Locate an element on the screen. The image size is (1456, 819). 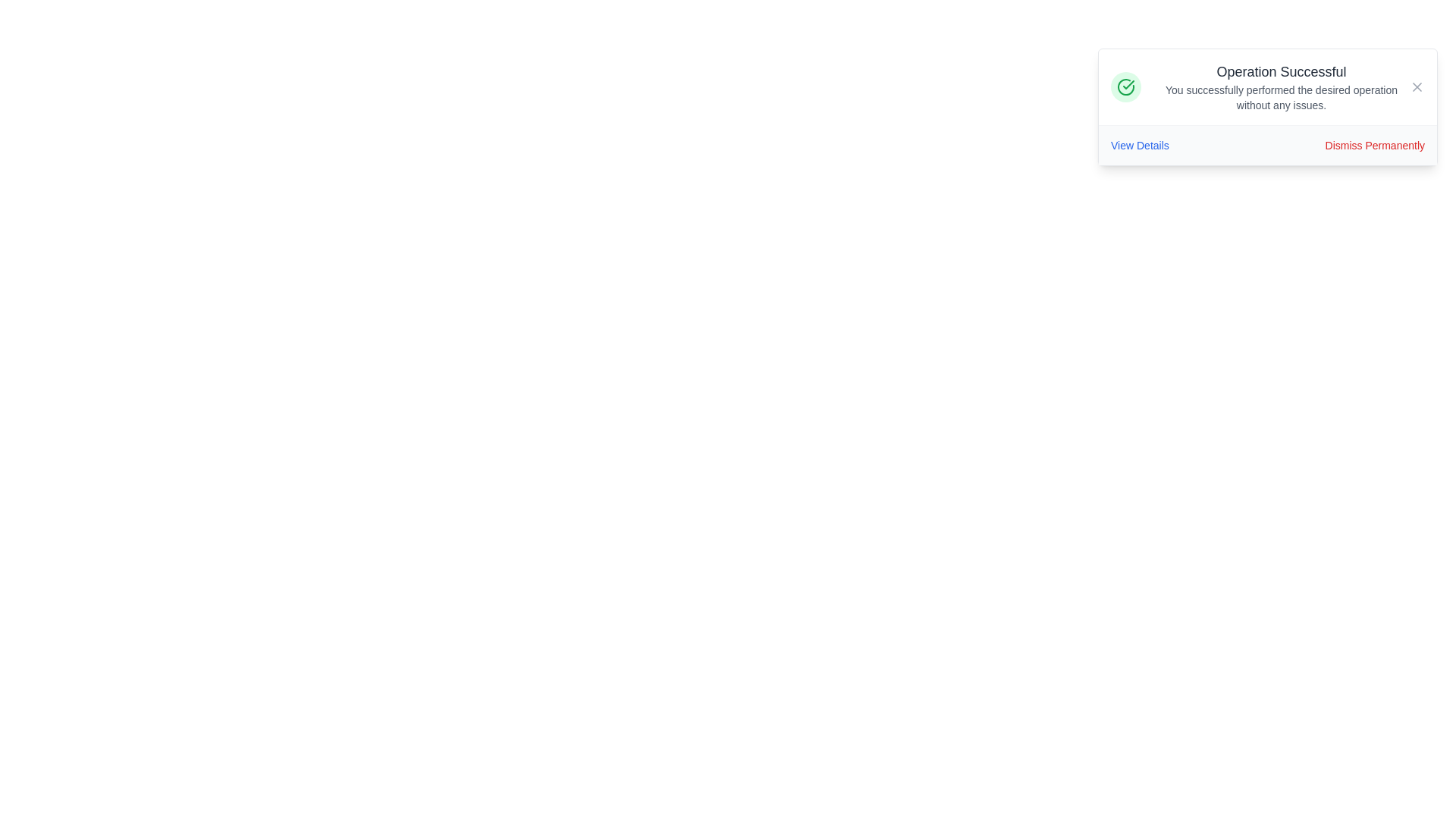
the circular icon with a green checkmark located near the top right corner of the notification section, preceding the text 'Operation Successful' is located at coordinates (1125, 87).